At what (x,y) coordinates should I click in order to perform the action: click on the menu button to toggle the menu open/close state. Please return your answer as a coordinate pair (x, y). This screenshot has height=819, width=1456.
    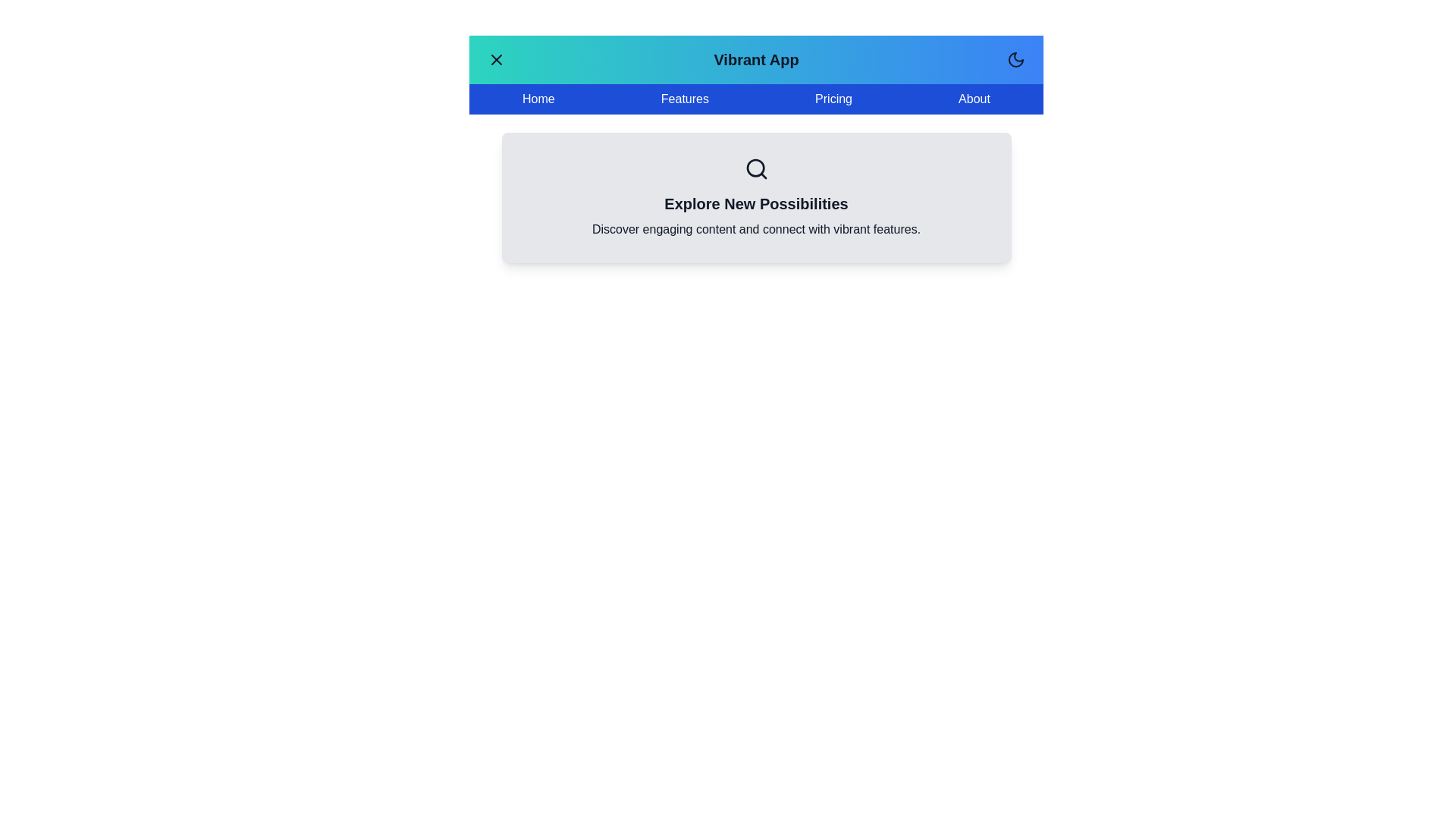
    Looking at the image, I should click on (496, 58).